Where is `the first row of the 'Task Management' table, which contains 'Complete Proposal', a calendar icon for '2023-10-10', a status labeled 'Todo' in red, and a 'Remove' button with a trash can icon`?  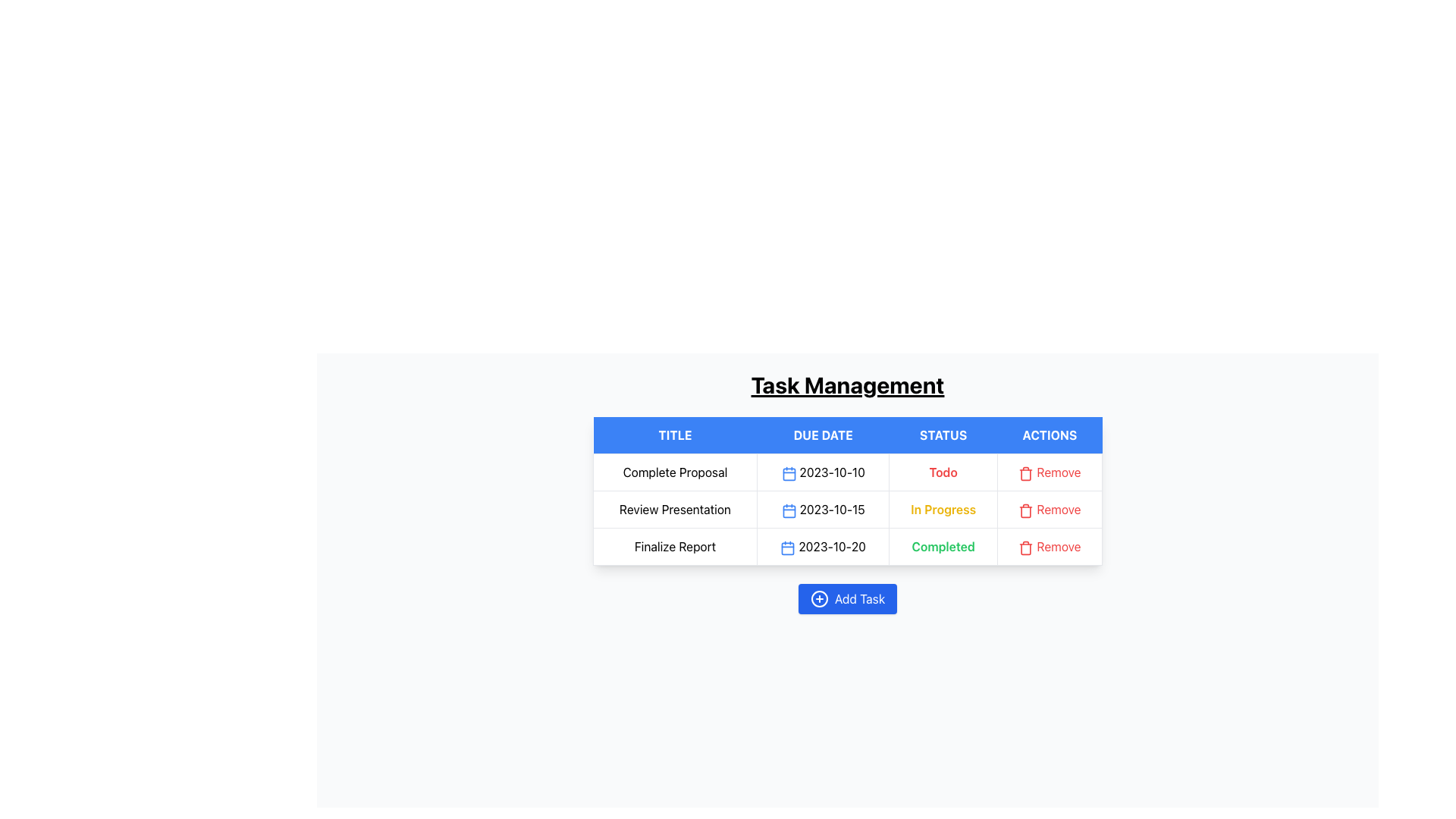 the first row of the 'Task Management' table, which contains 'Complete Proposal', a calendar icon for '2023-10-10', a status labeled 'Todo' in red, and a 'Remove' button with a trash can icon is located at coordinates (847, 472).